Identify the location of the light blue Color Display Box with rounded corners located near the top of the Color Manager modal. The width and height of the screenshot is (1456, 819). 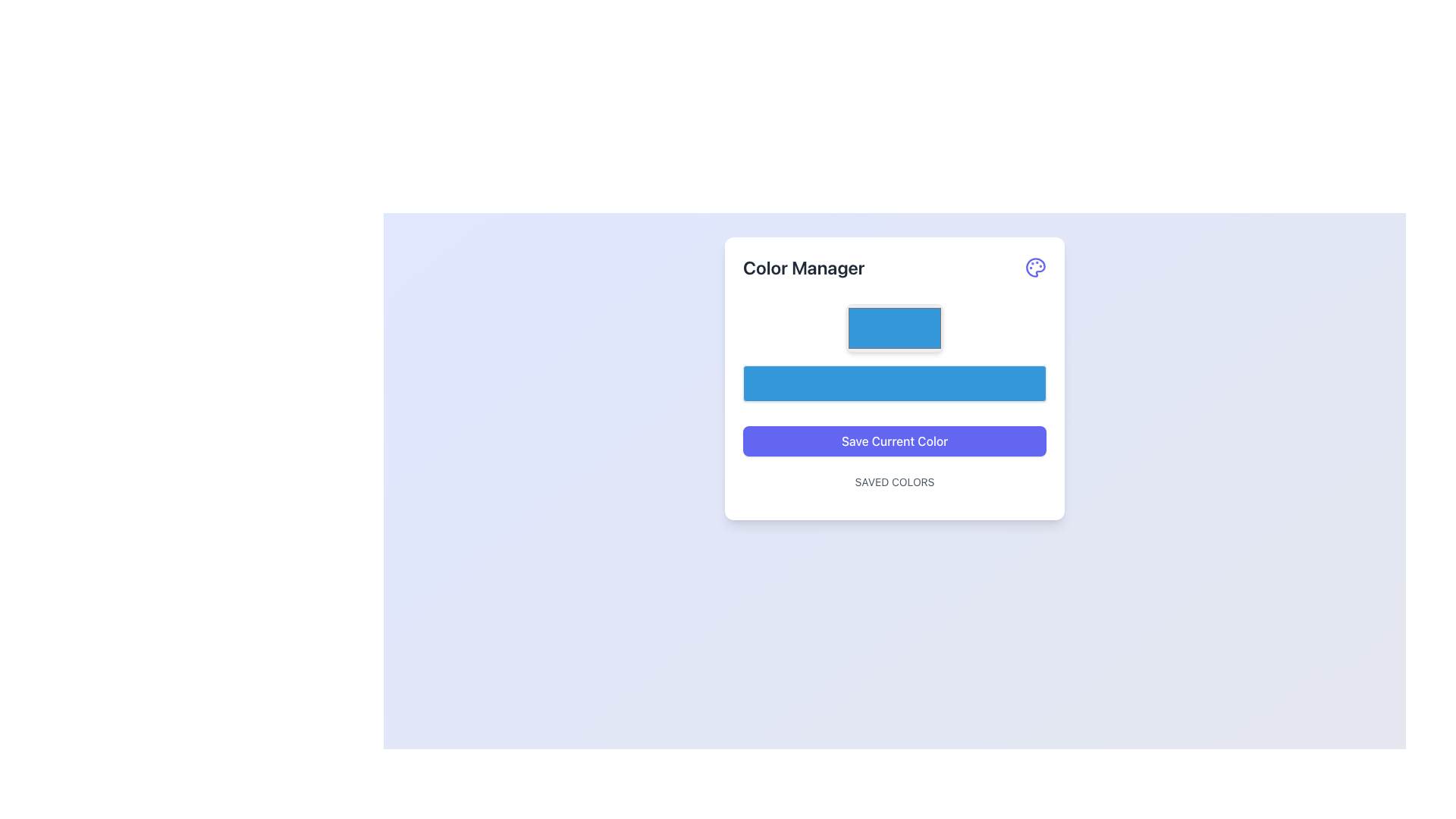
(895, 327).